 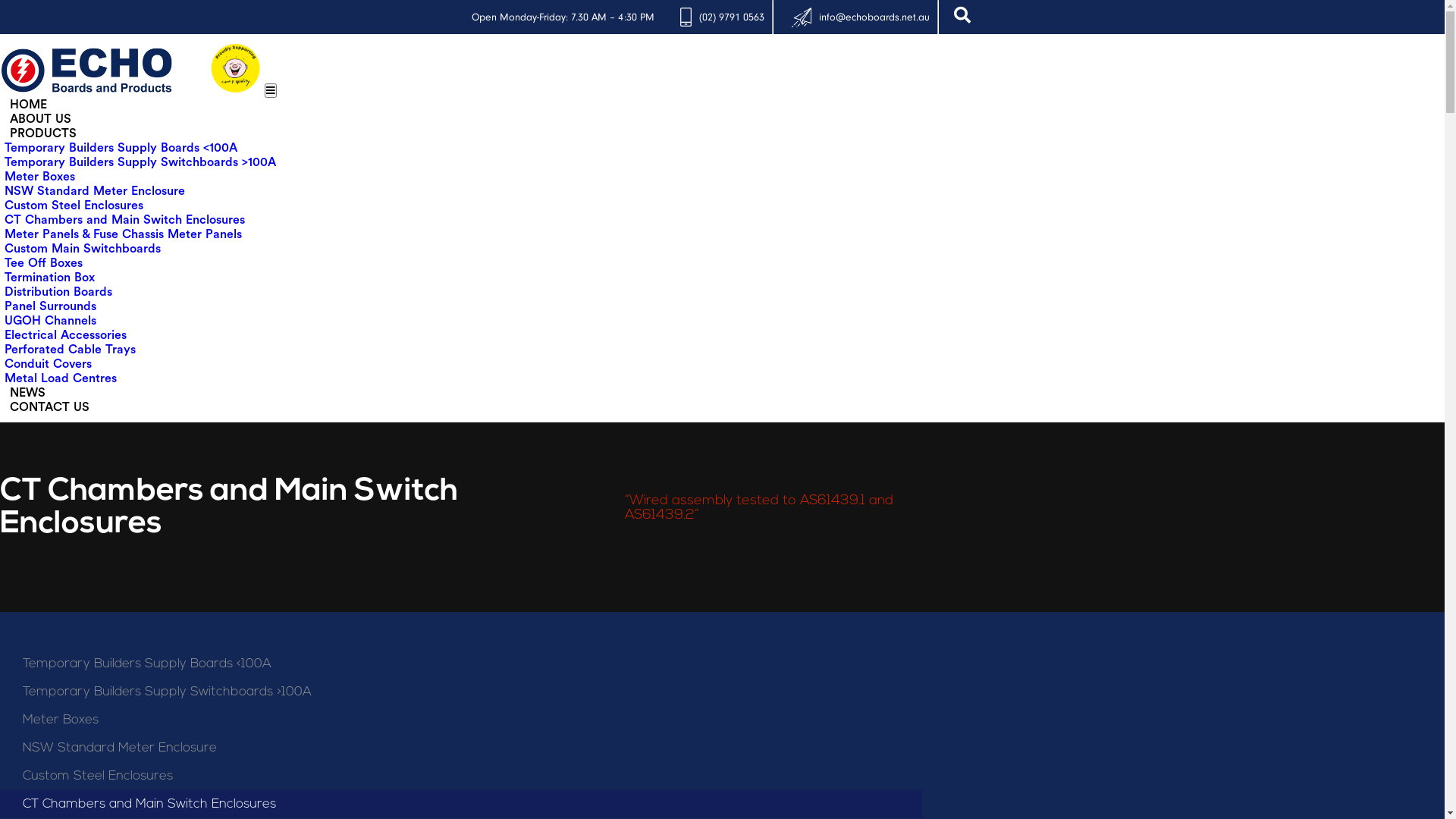 I want to click on 'UGOH Channels', so click(x=50, y=320).